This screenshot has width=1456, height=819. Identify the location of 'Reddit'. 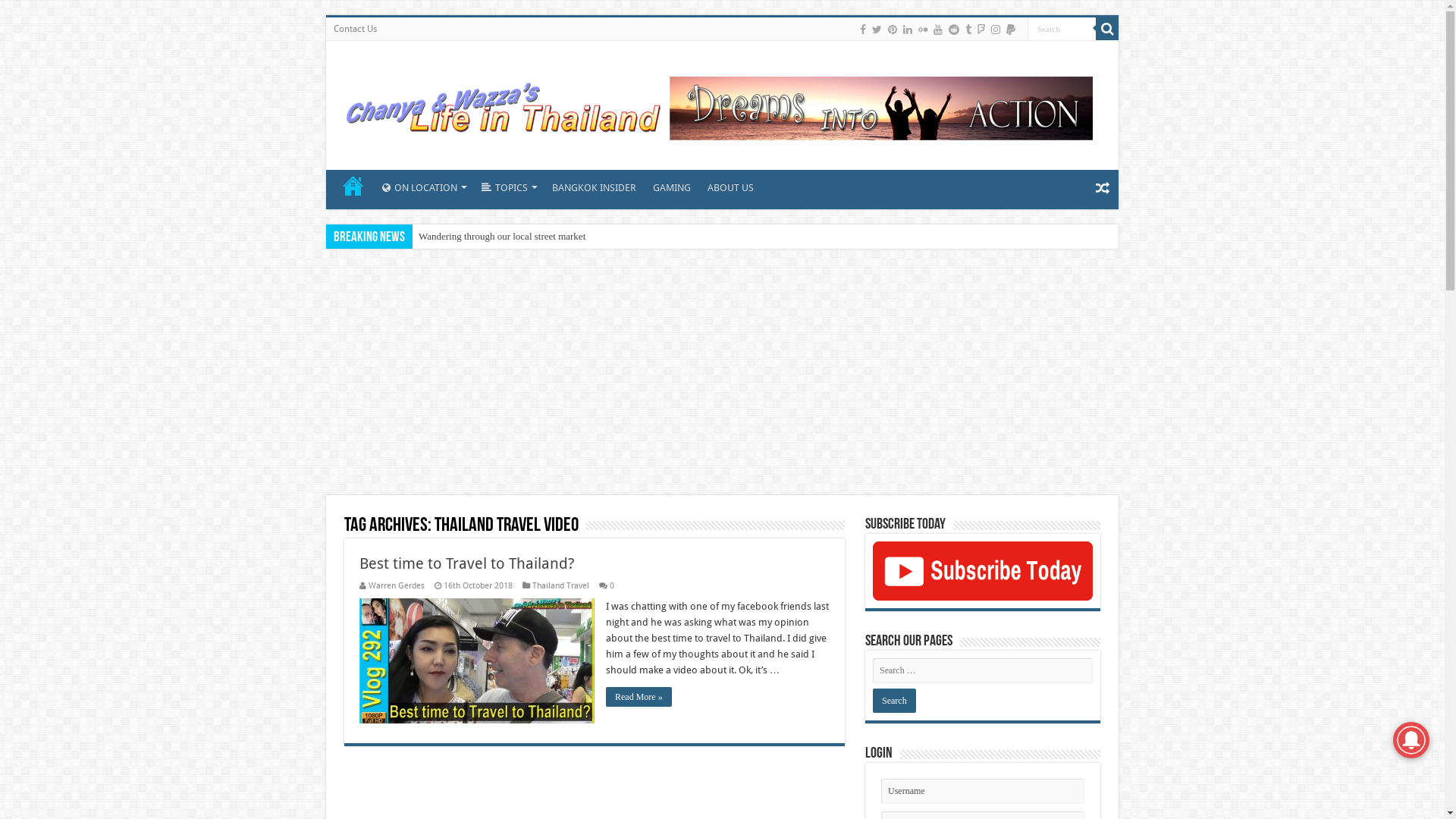
(952, 29).